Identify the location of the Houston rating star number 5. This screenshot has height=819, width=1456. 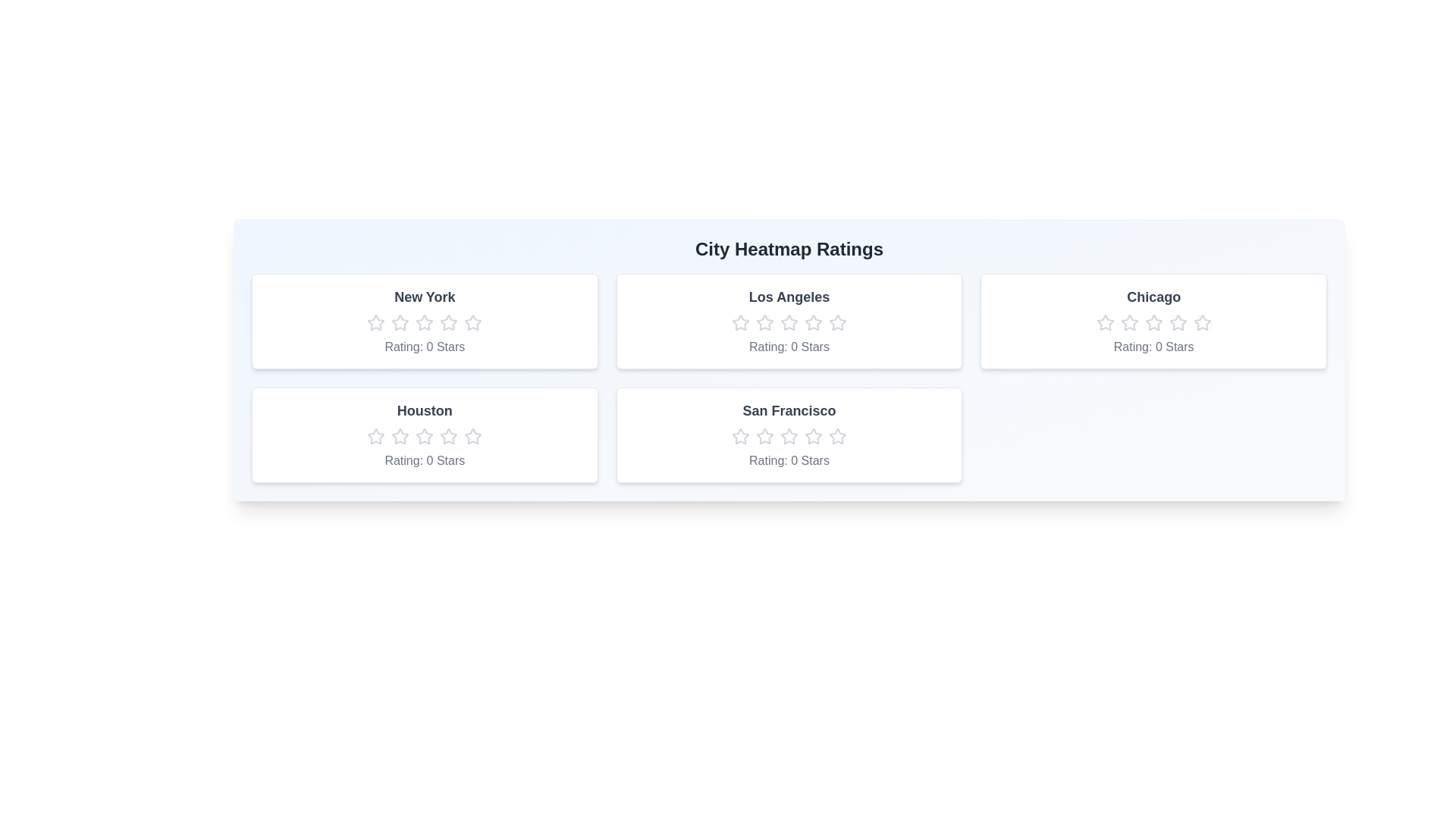
(472, 436).